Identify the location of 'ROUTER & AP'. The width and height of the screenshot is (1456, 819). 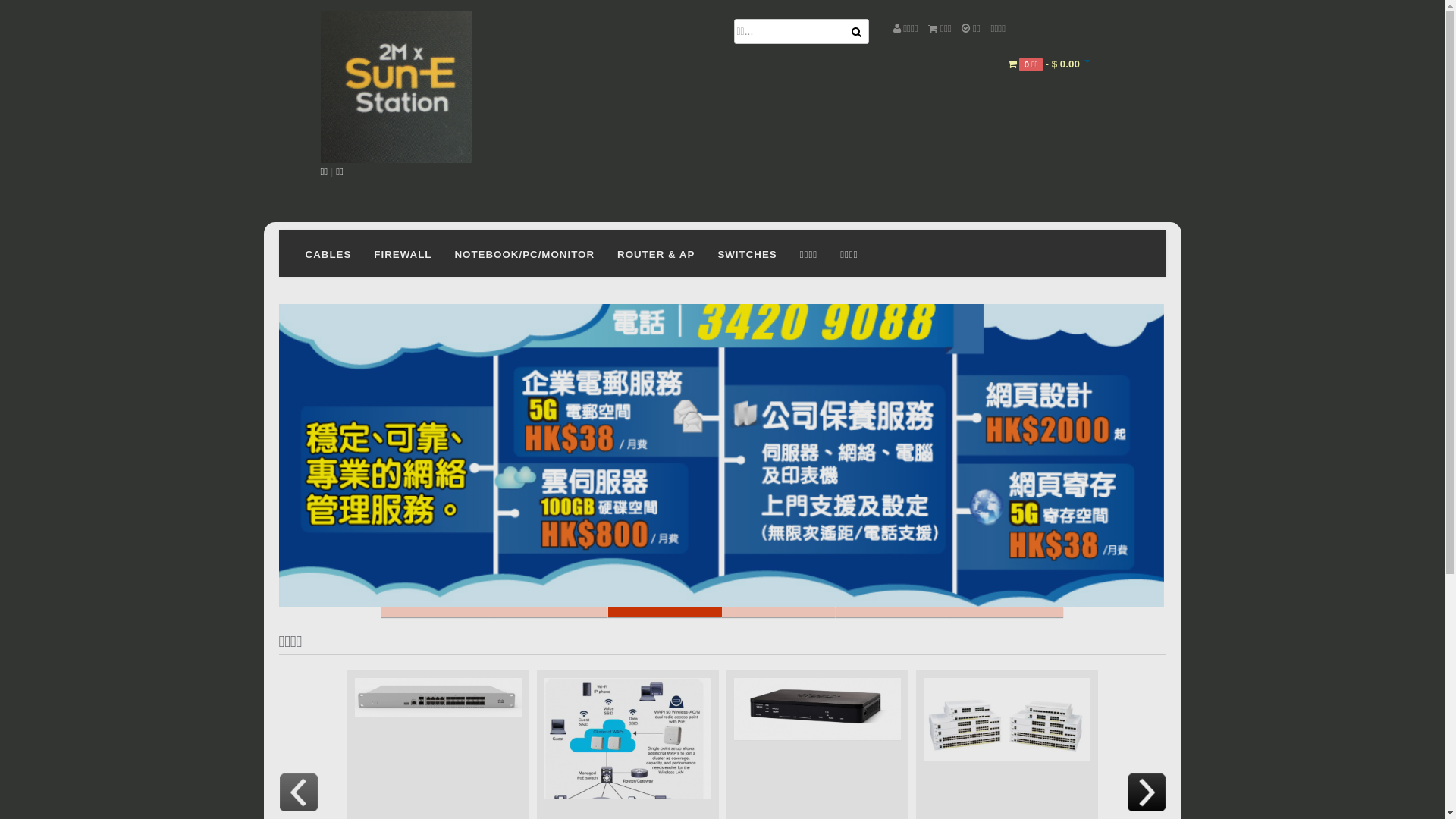
(604, 253).